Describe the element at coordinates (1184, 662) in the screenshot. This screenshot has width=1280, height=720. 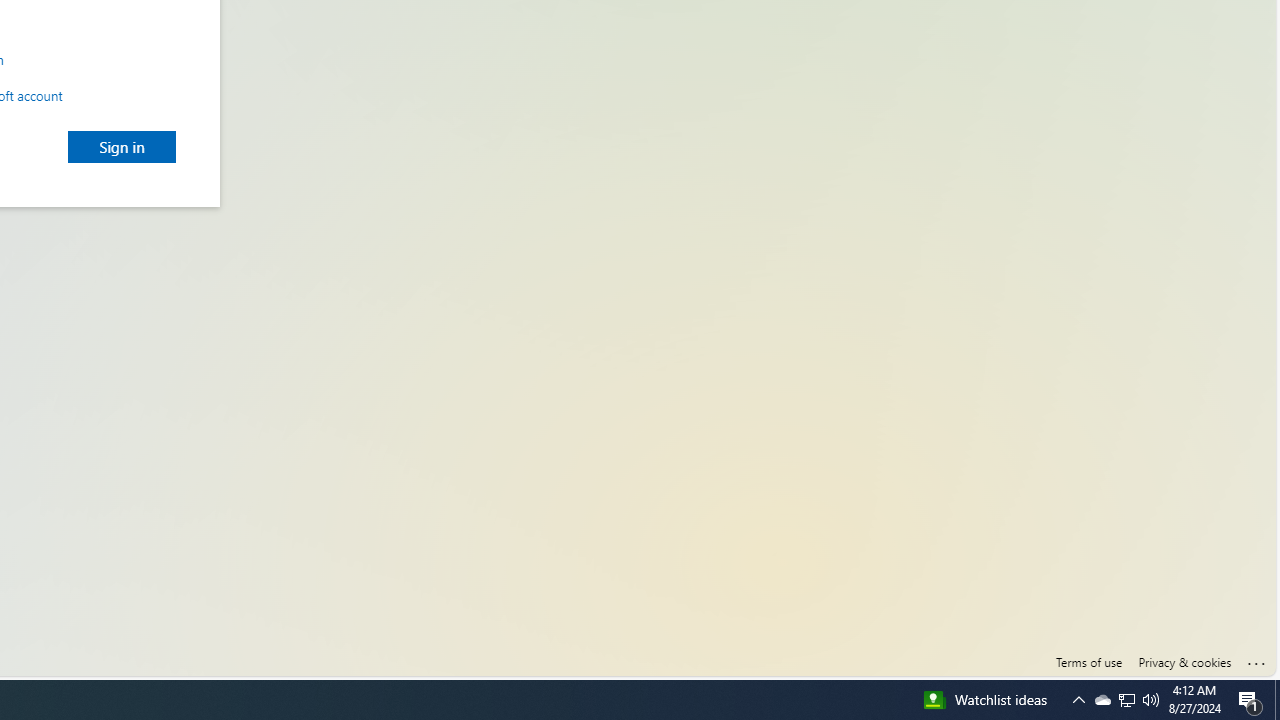
I see `'Privacy & cookies'` at that location.